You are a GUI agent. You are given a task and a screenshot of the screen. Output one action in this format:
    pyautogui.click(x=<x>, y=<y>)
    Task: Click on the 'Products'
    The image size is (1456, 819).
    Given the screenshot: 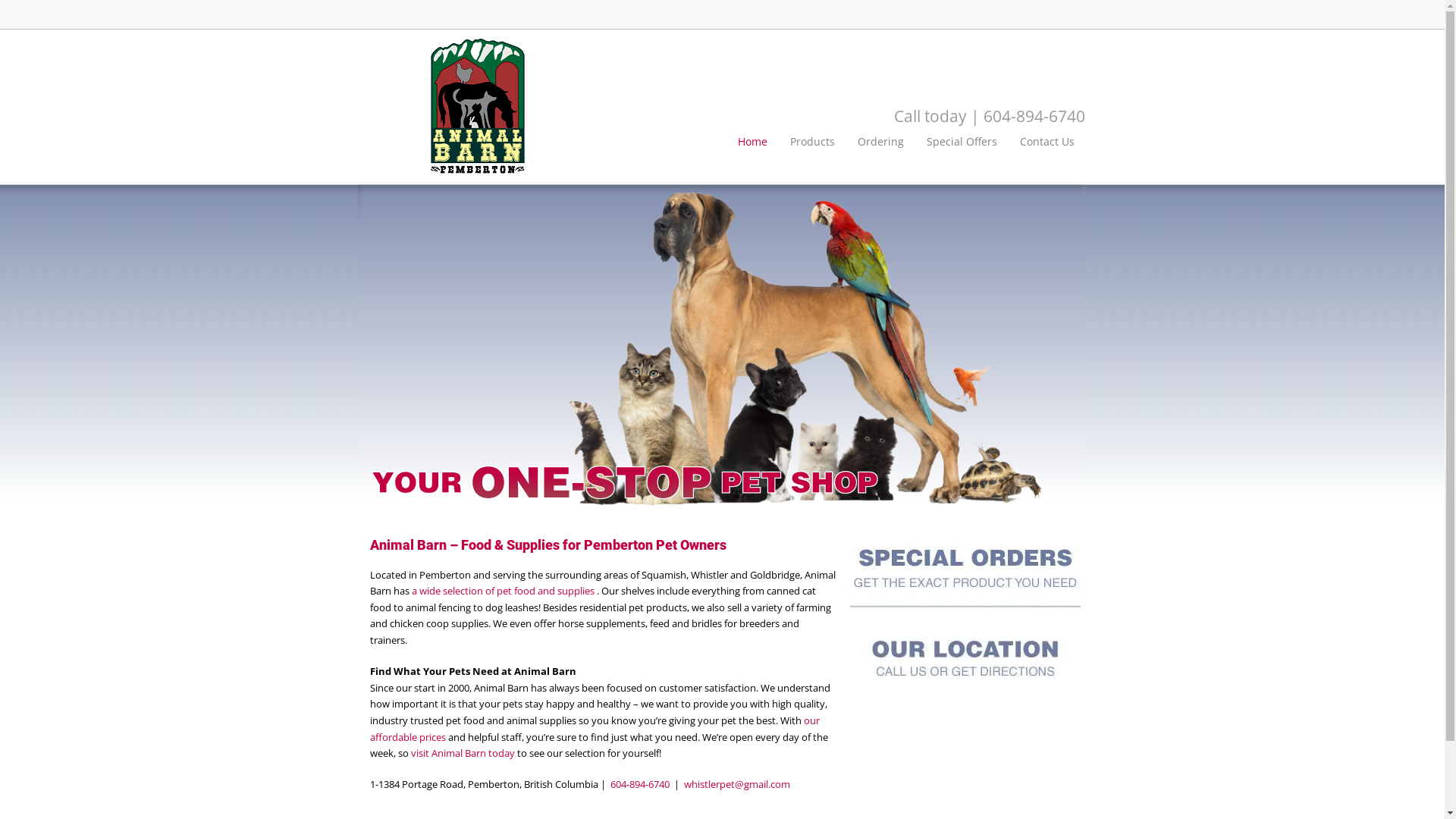 What is the action you would take?
    pyautogui.click(x=811, y=141)
    